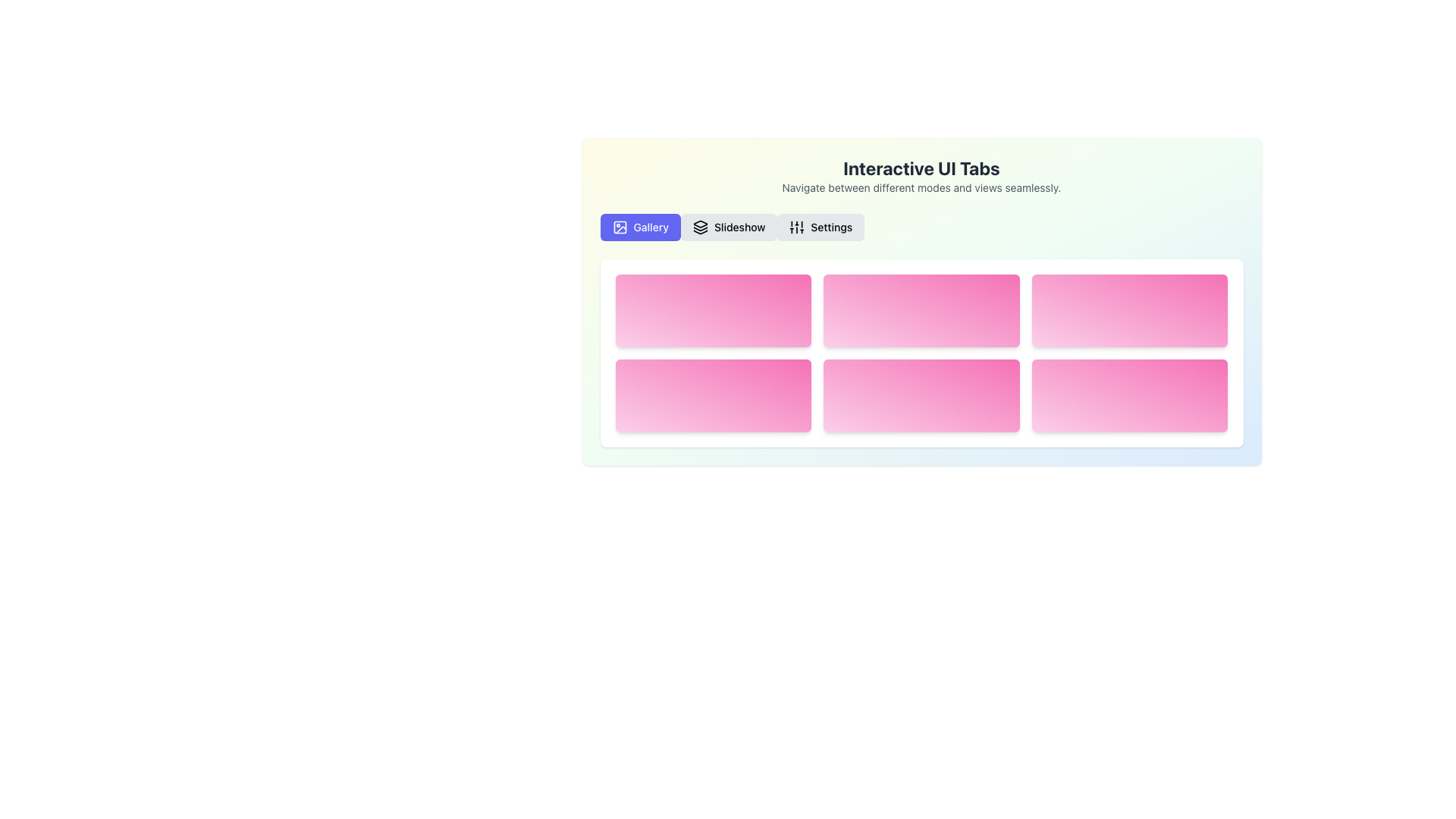 This screenshot has height=819, width=1456. What do you see at coordinates (712, 309) in the screenshot?
I see `the first card in the grid layout, which has a gradient background from light pink to darker pink, rounded corners, and a shadow effect` at bounding box center [712, 309].